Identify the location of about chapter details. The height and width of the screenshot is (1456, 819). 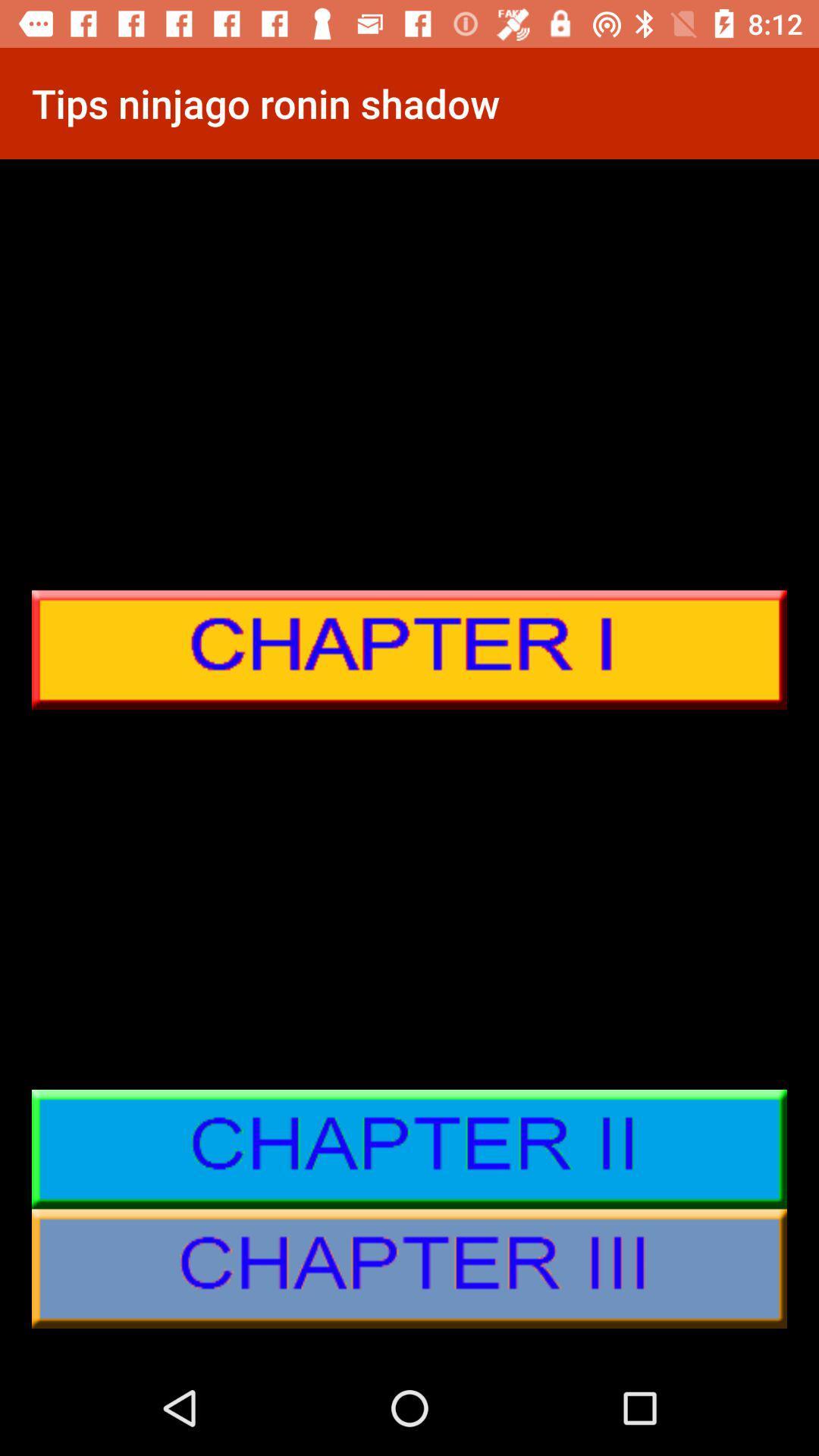
(409, 1149).